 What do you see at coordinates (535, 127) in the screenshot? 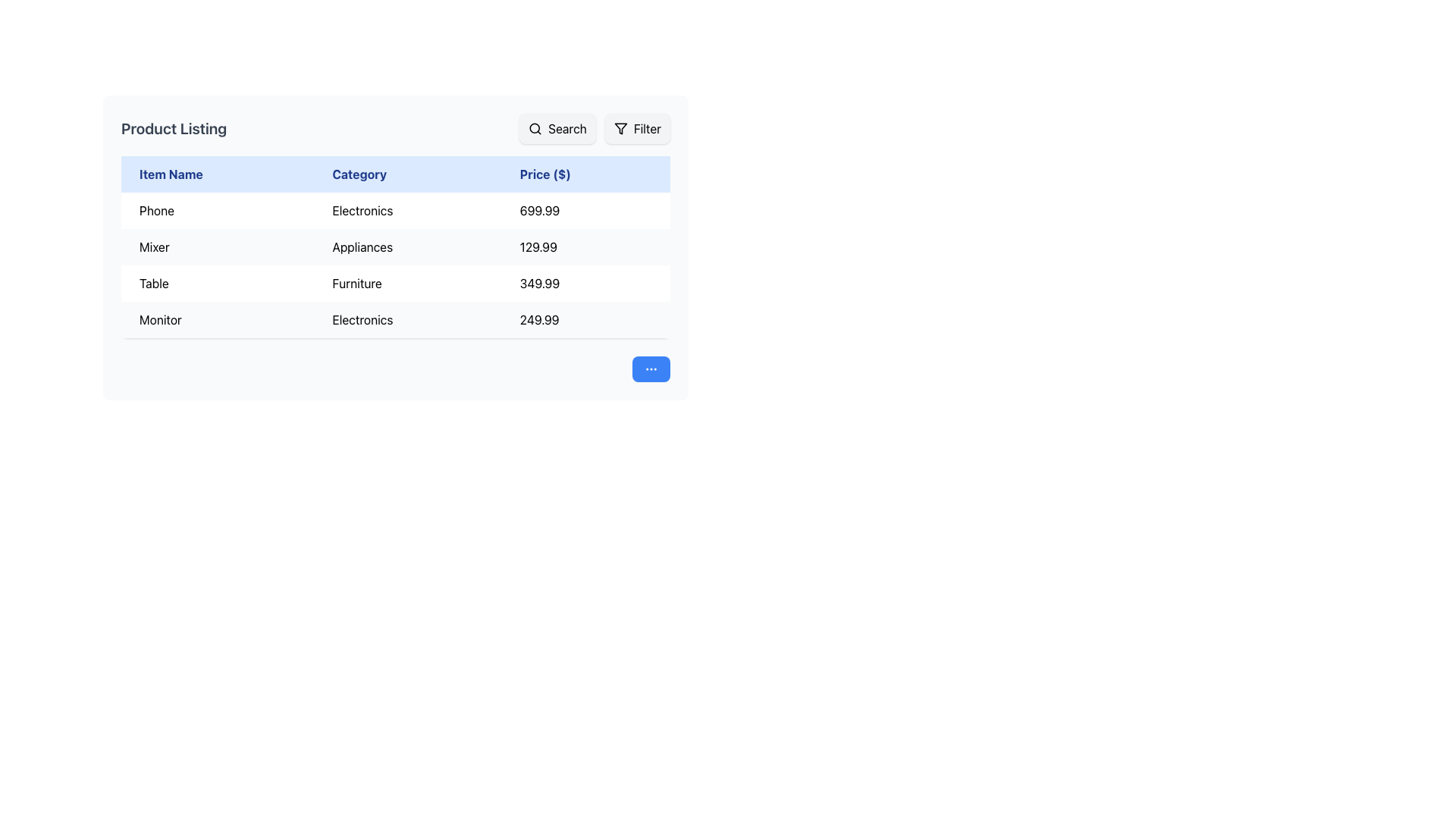
I see `the magnifying glass icon within the 'Search' button to observe any hover-specific effects` at bounding box center [535, 127].